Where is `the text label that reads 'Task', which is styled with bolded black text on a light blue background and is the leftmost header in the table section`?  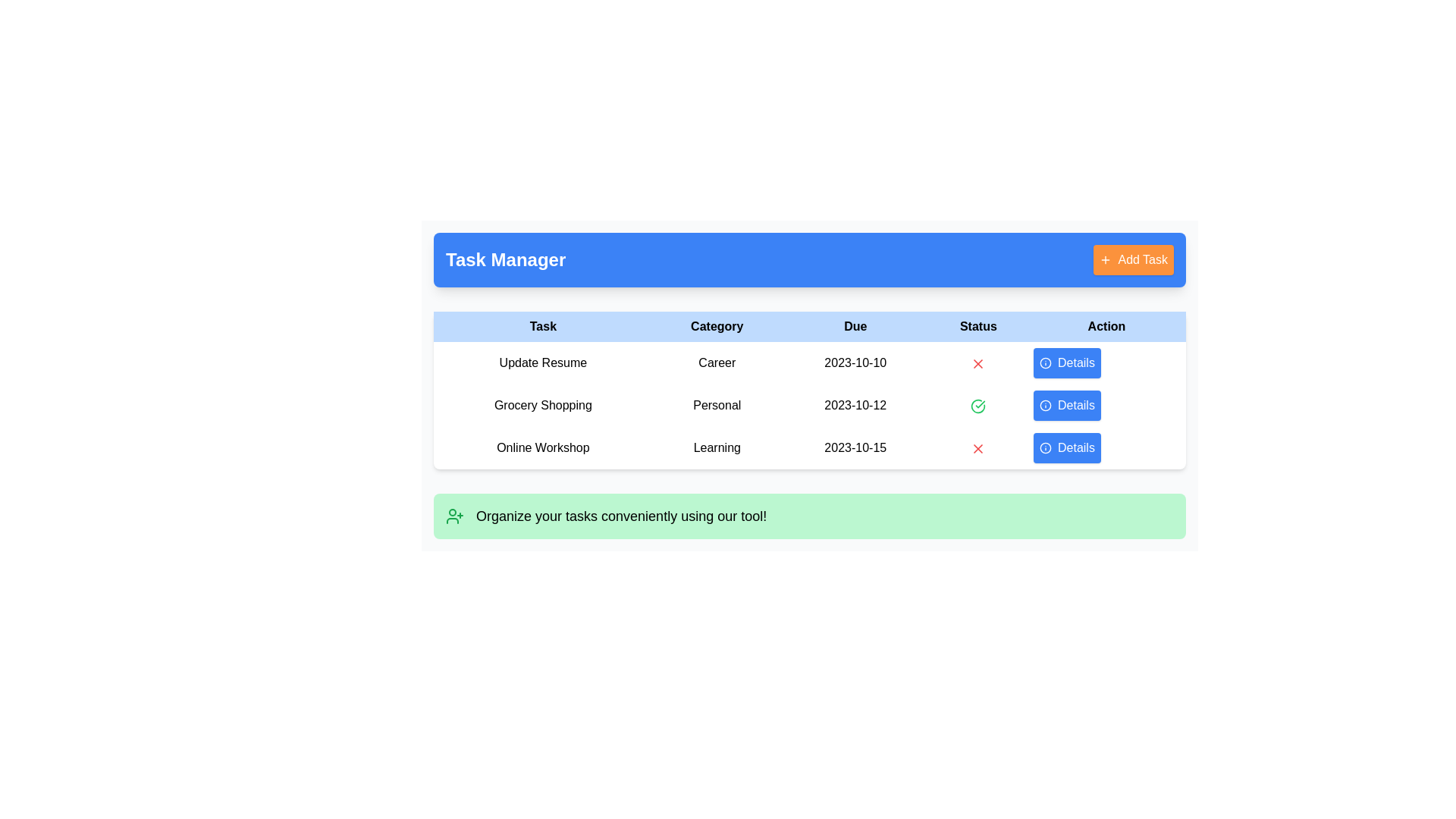
the text label that reads 'Task', which is styled with bolded black text on a light blue background and is the leftmost header in the table section is located at coordinates (543, 326).